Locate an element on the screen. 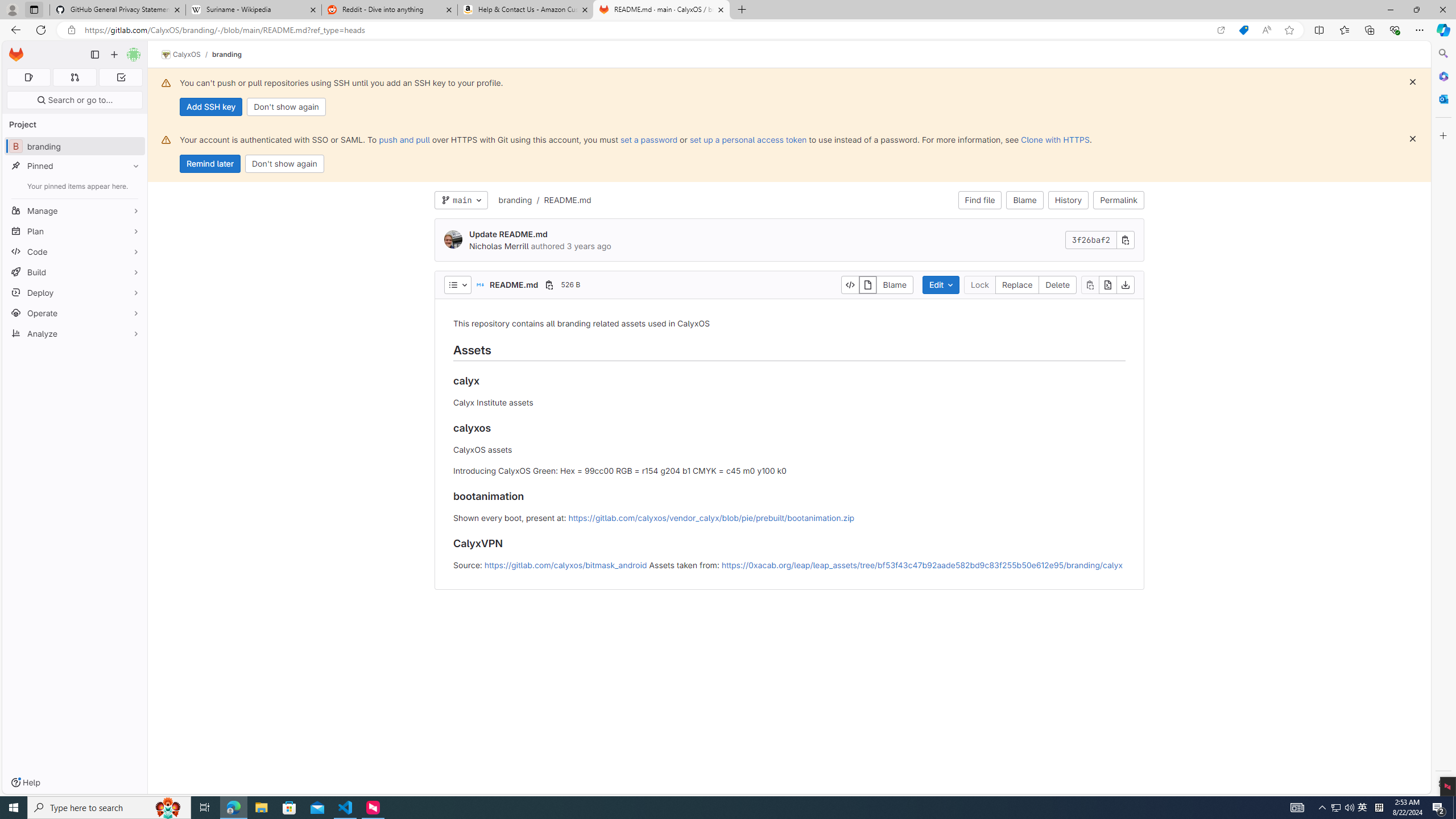  'Find file' is located at coordinates (979, 200).